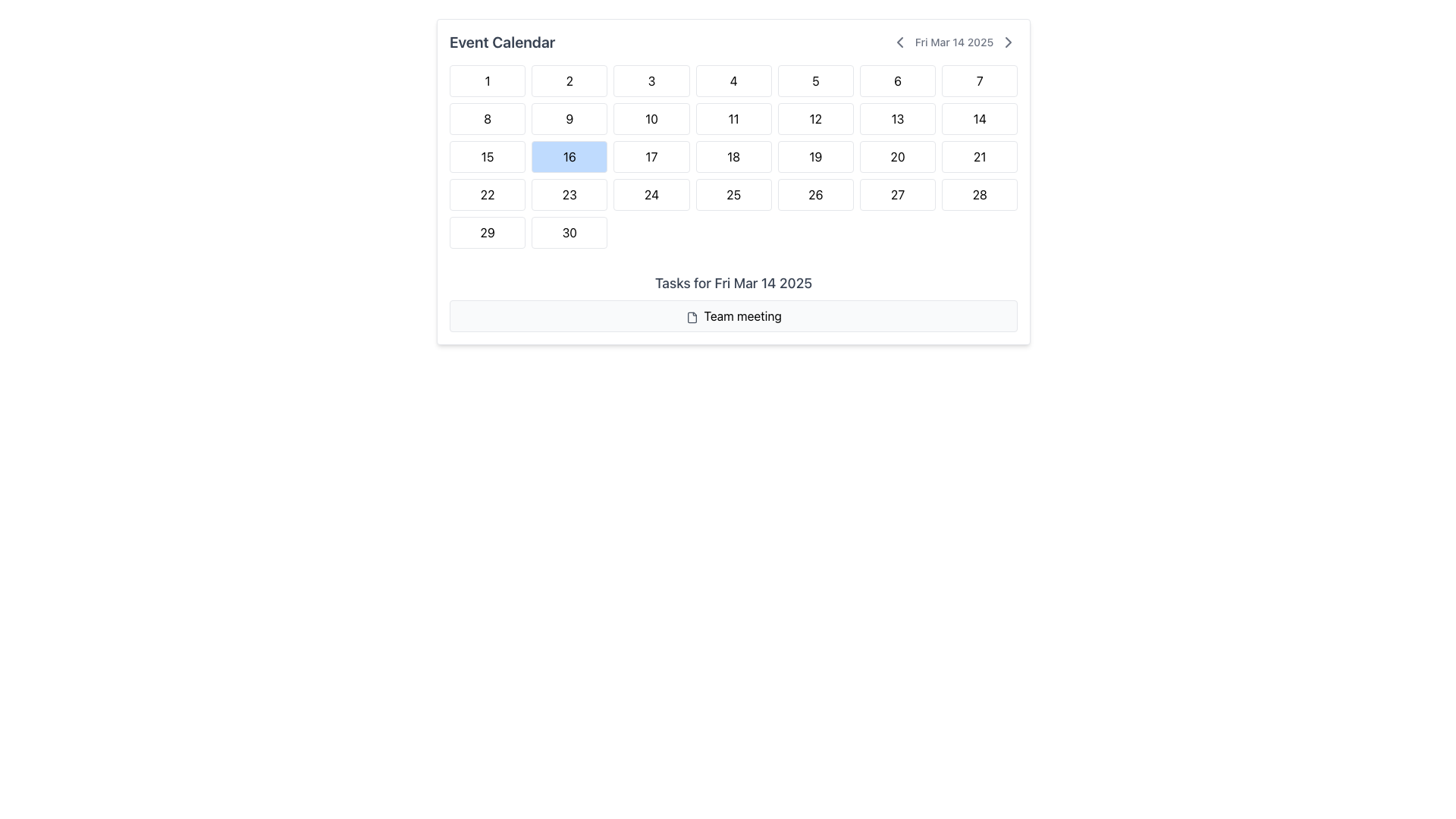  What do you see at coordinates (899, 42) in the screenshot?
I see `the backward navigation button located to the left of the date display 'Fri Mar 14 2025'` at bounding box center [899, 42].